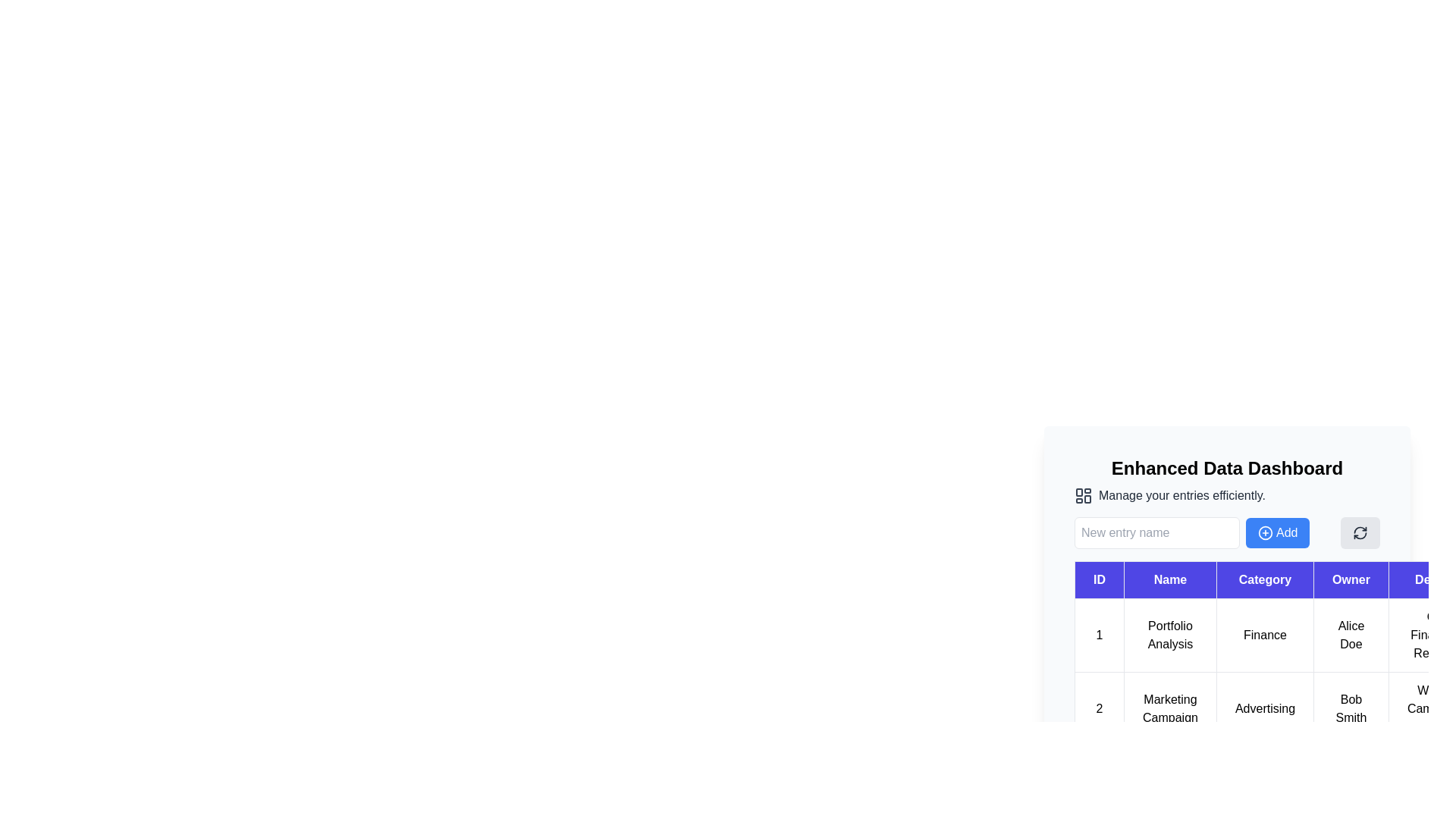 The image size is (1456, 819). Describe the element at coordinates (1169, 635) in the screenshot. I see `the table cell containing the text 'Portfolio Analysis'` at that location.